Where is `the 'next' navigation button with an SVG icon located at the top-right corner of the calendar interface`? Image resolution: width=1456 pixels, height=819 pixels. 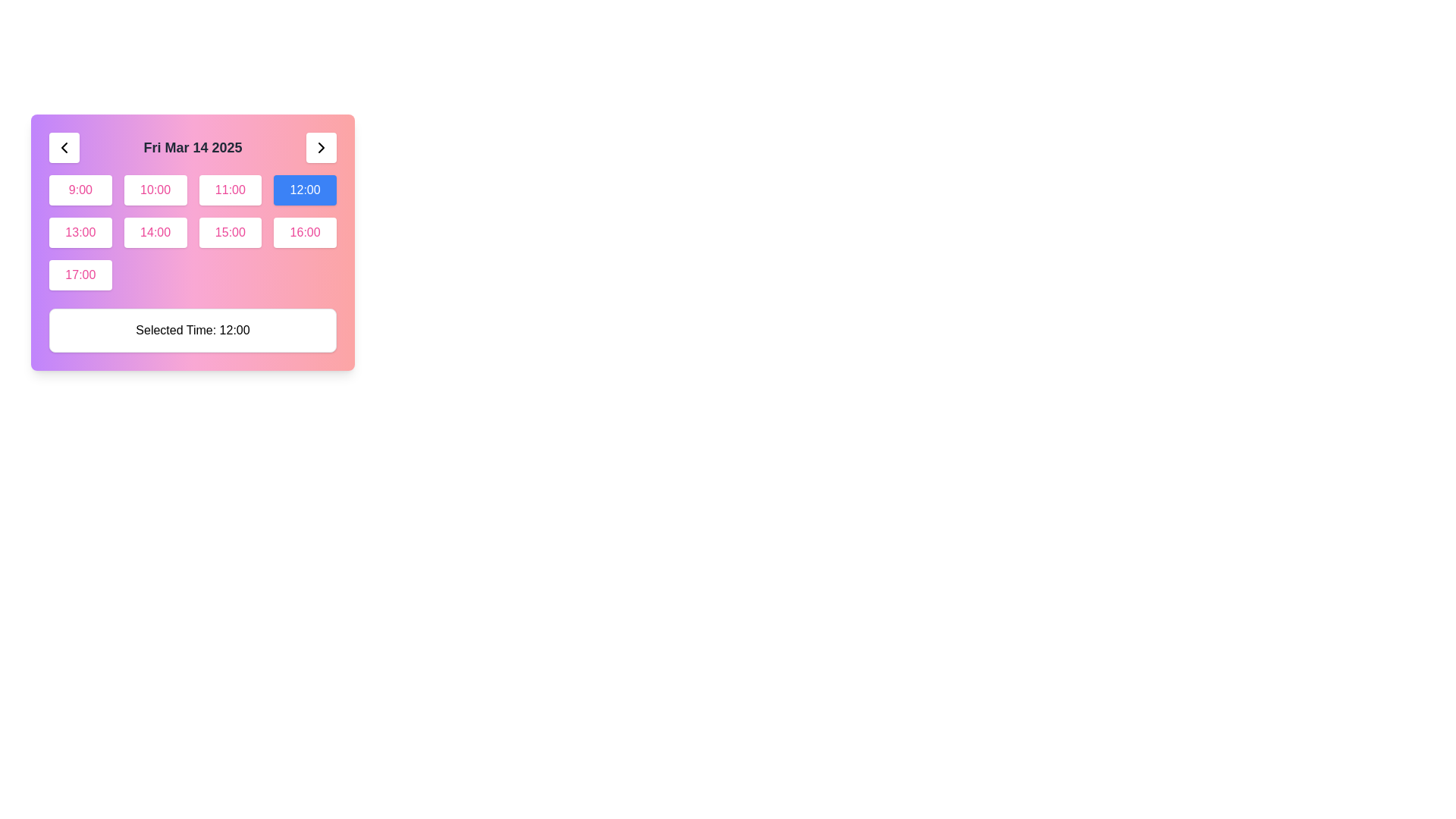 the 'next' navigation button with an SVG icon located at the top-right corner of the calendar interface is located at coordinates (320, 148).